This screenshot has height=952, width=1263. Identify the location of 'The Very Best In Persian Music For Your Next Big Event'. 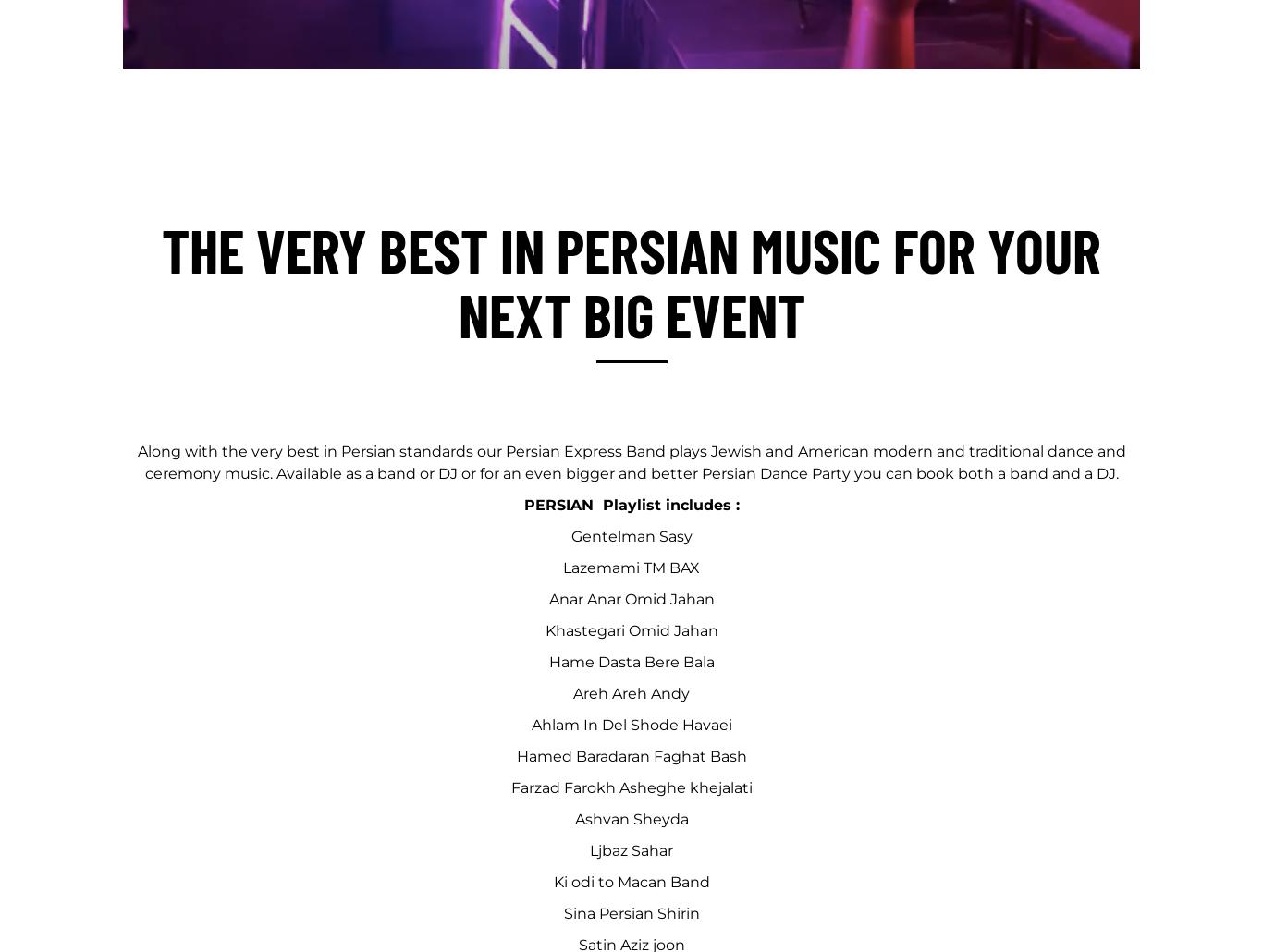
(631, 280).